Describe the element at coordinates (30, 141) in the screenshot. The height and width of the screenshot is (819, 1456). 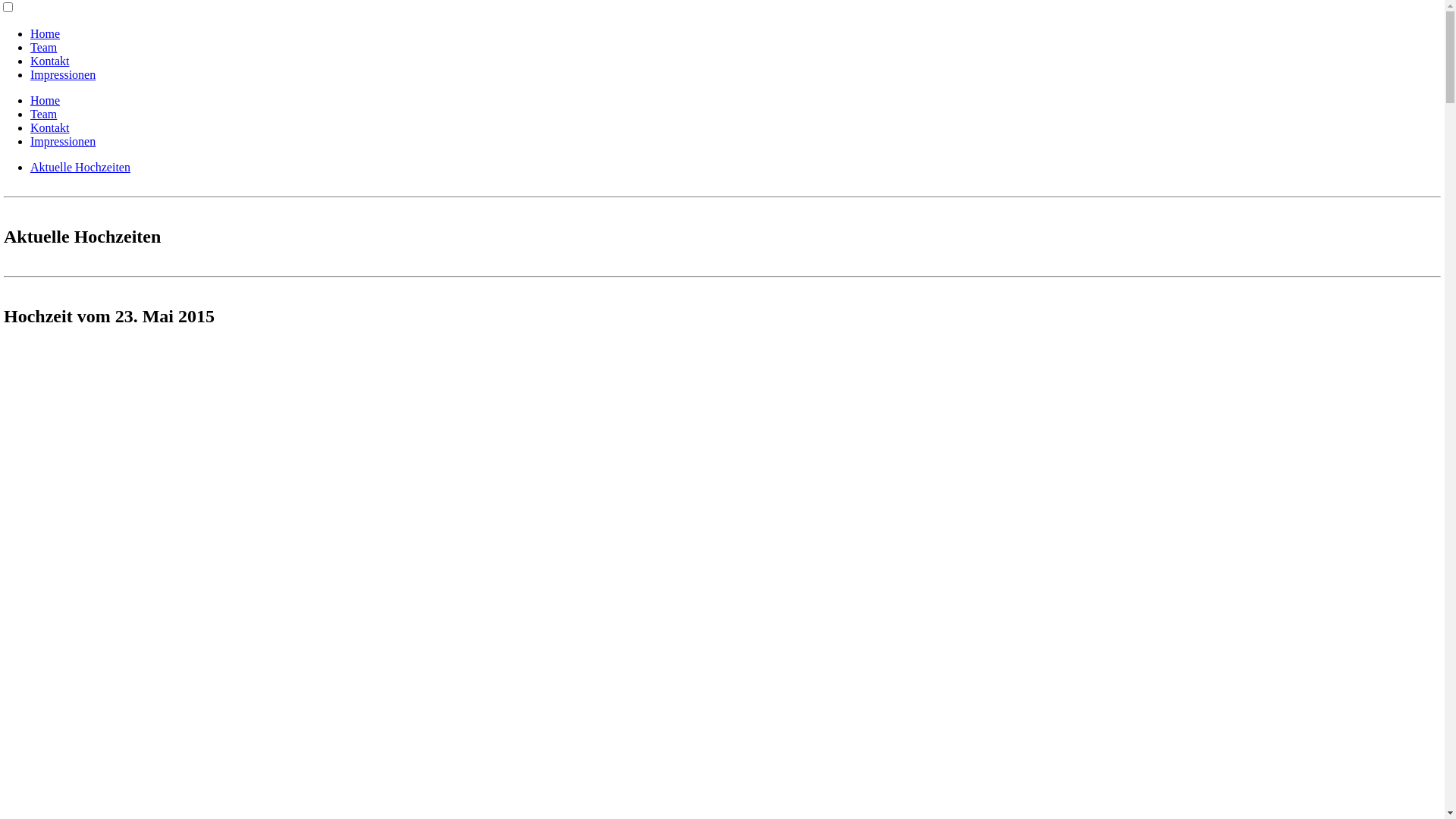
I see `'Impressionen'` at that location.